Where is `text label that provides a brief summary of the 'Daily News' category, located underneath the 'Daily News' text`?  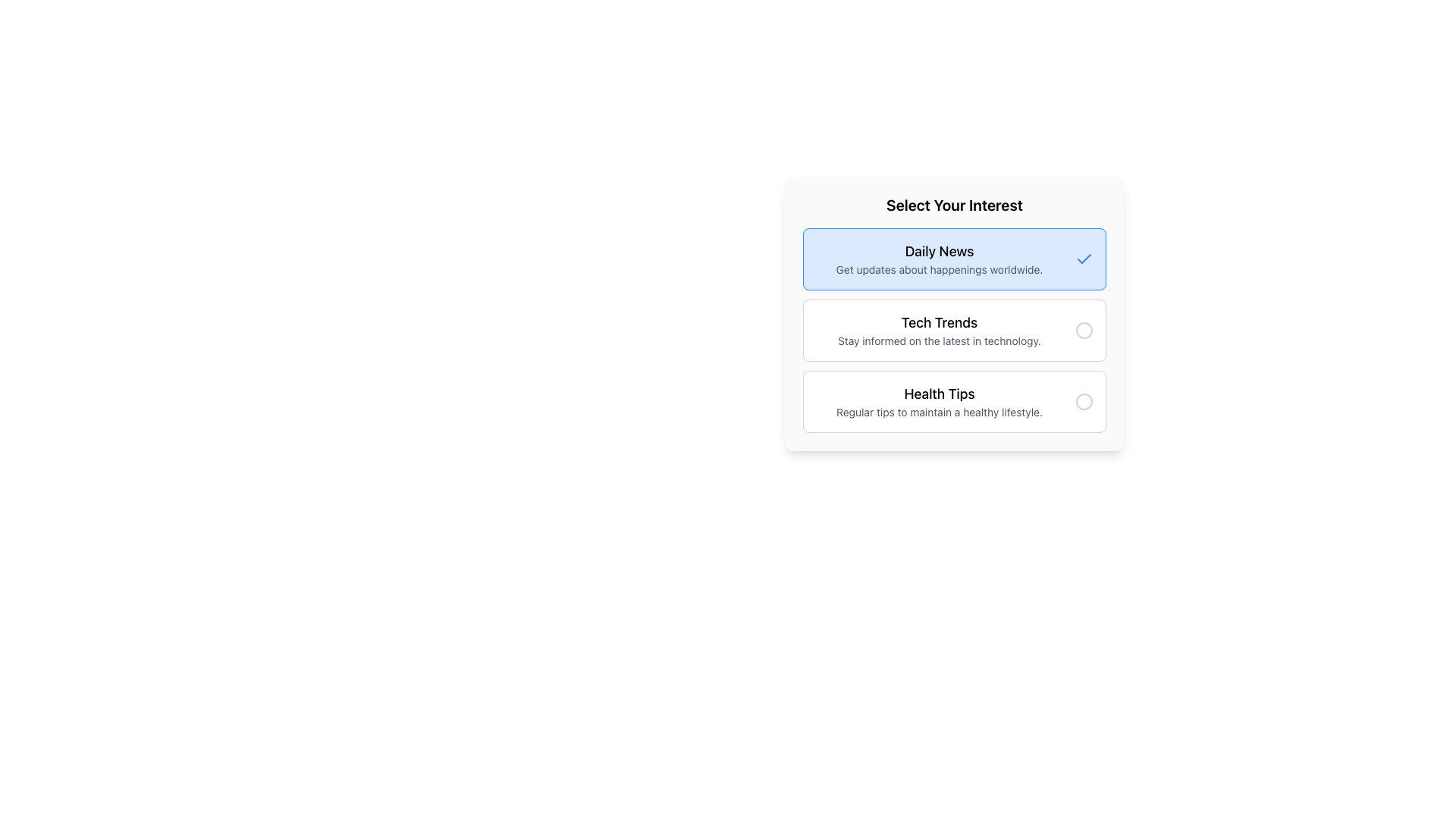
text label that provides a brief summary of the 'Daily News' category, located underneath the 'Daily News' text is located at coordinates (938, 268).